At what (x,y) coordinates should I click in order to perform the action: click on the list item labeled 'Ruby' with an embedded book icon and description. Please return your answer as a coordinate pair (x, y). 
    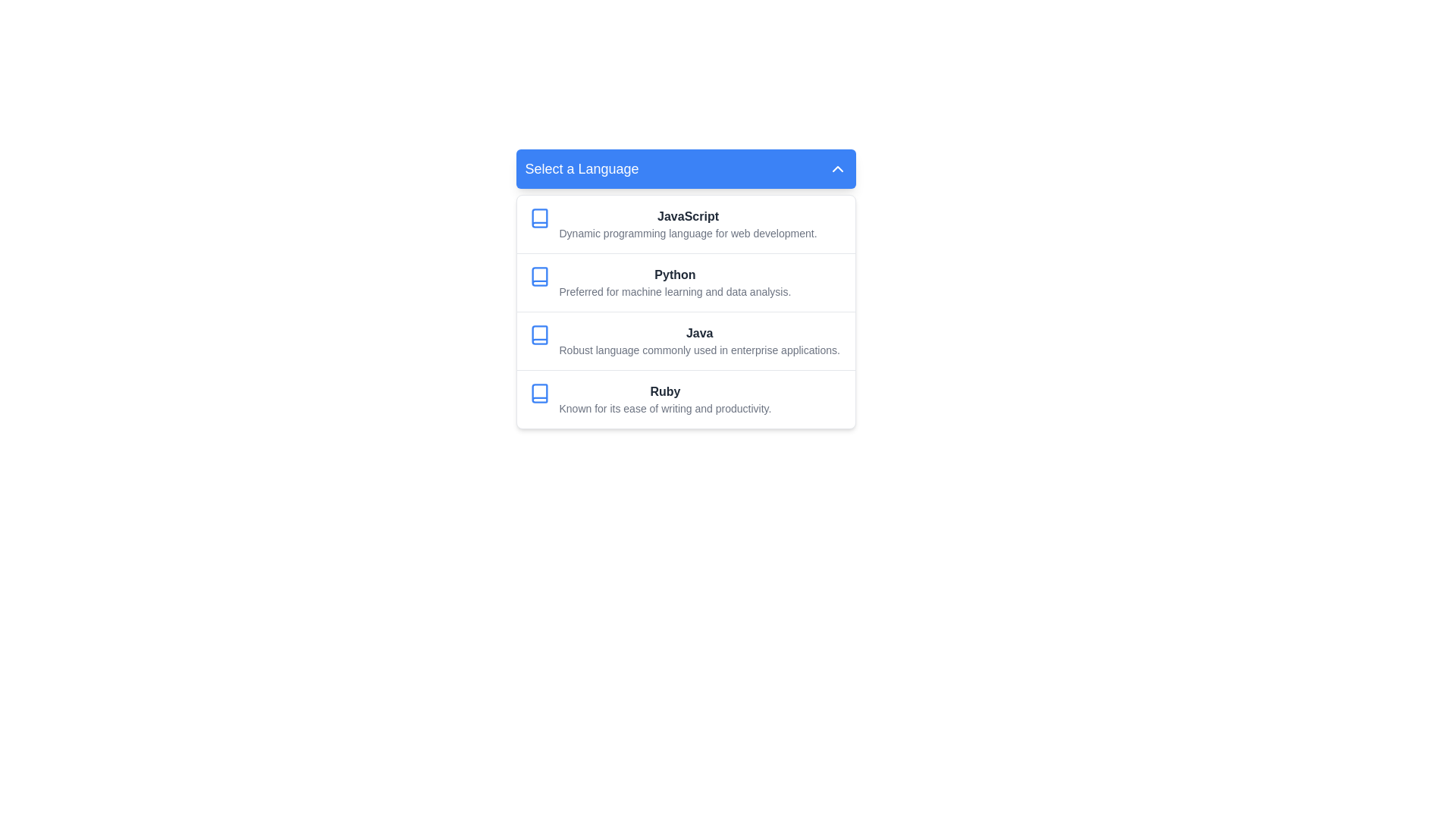
    Looking at the image, I should click on (685, 398).